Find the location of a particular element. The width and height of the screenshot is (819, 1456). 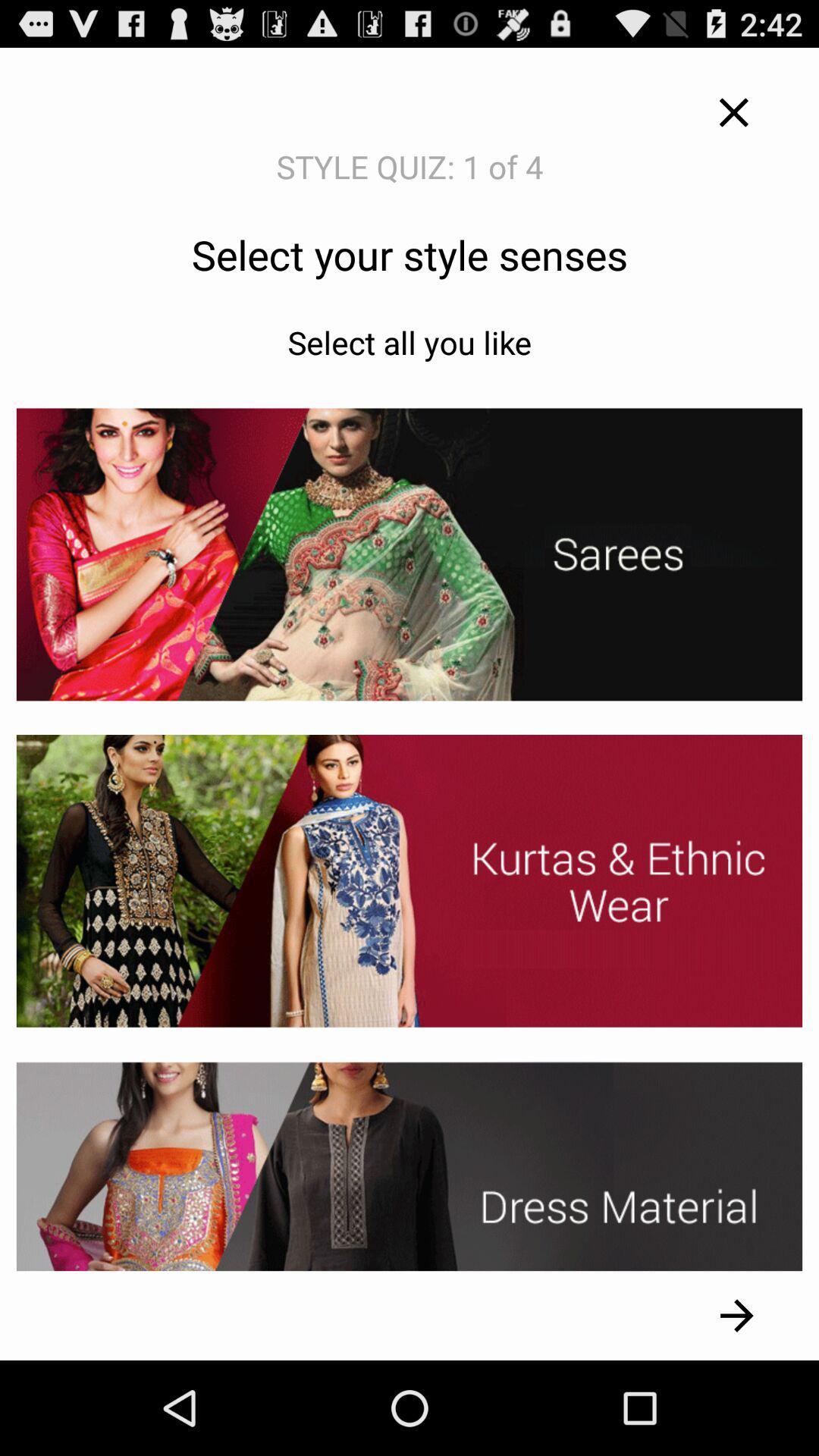

icon at the bottom right corner is located at coordinates (736, 1315).